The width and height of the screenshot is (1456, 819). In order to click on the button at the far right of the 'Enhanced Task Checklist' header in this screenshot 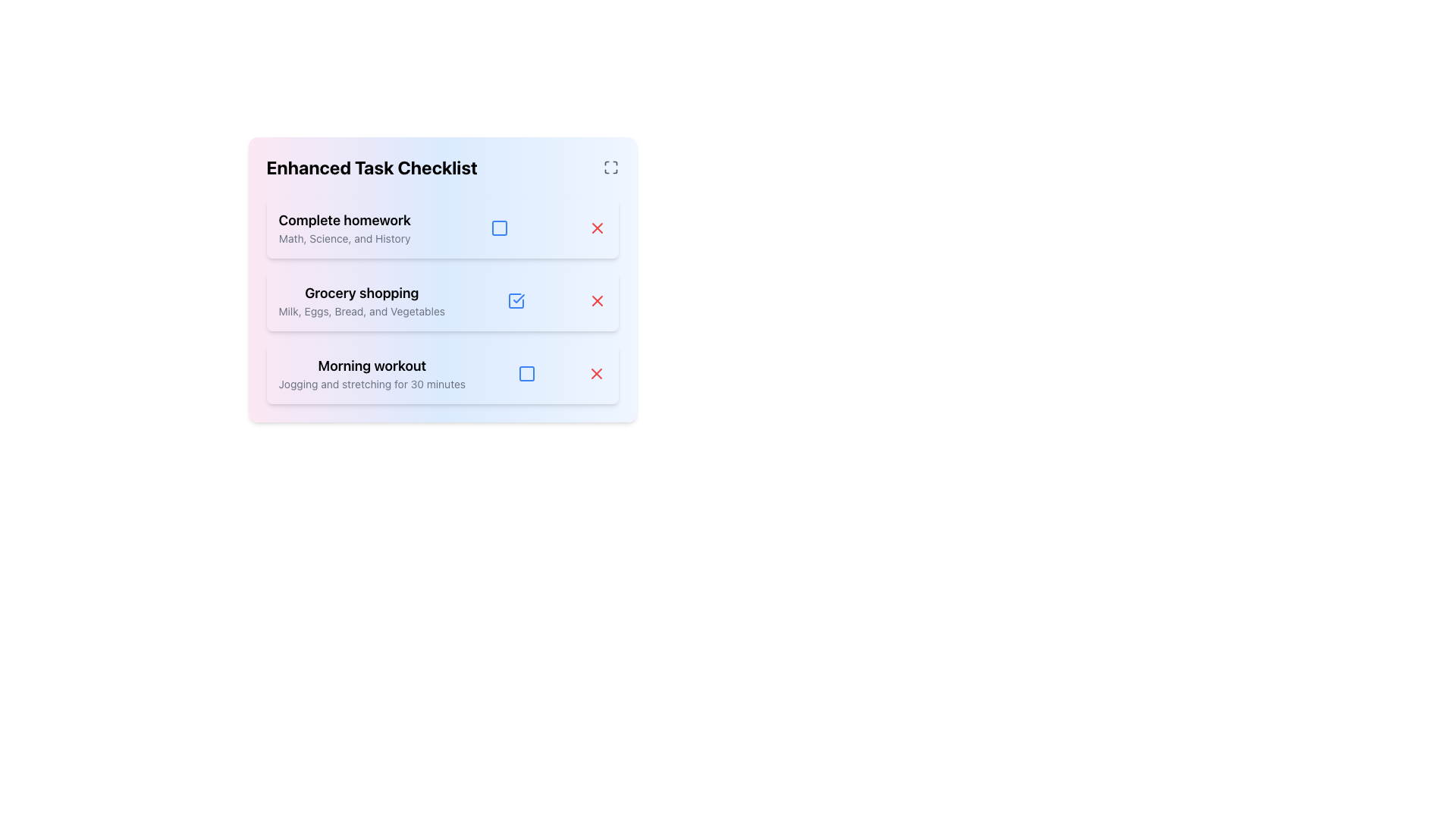, I will do `click(610, 167)`.